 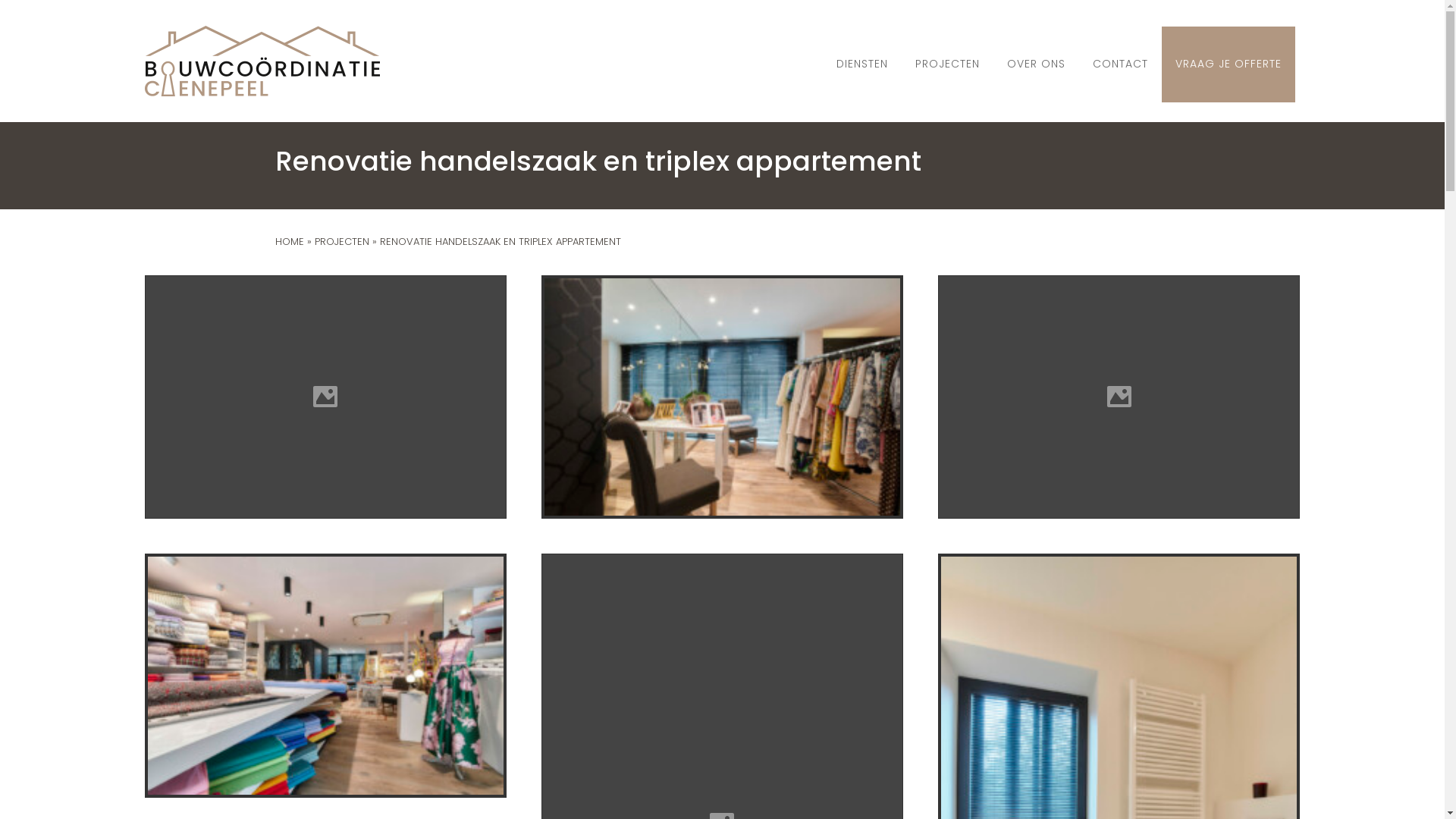 What do you see at coordinates (862, 63) in the screenshot?
I see `'DIENSTEN'` at bounding box center [862, 63].